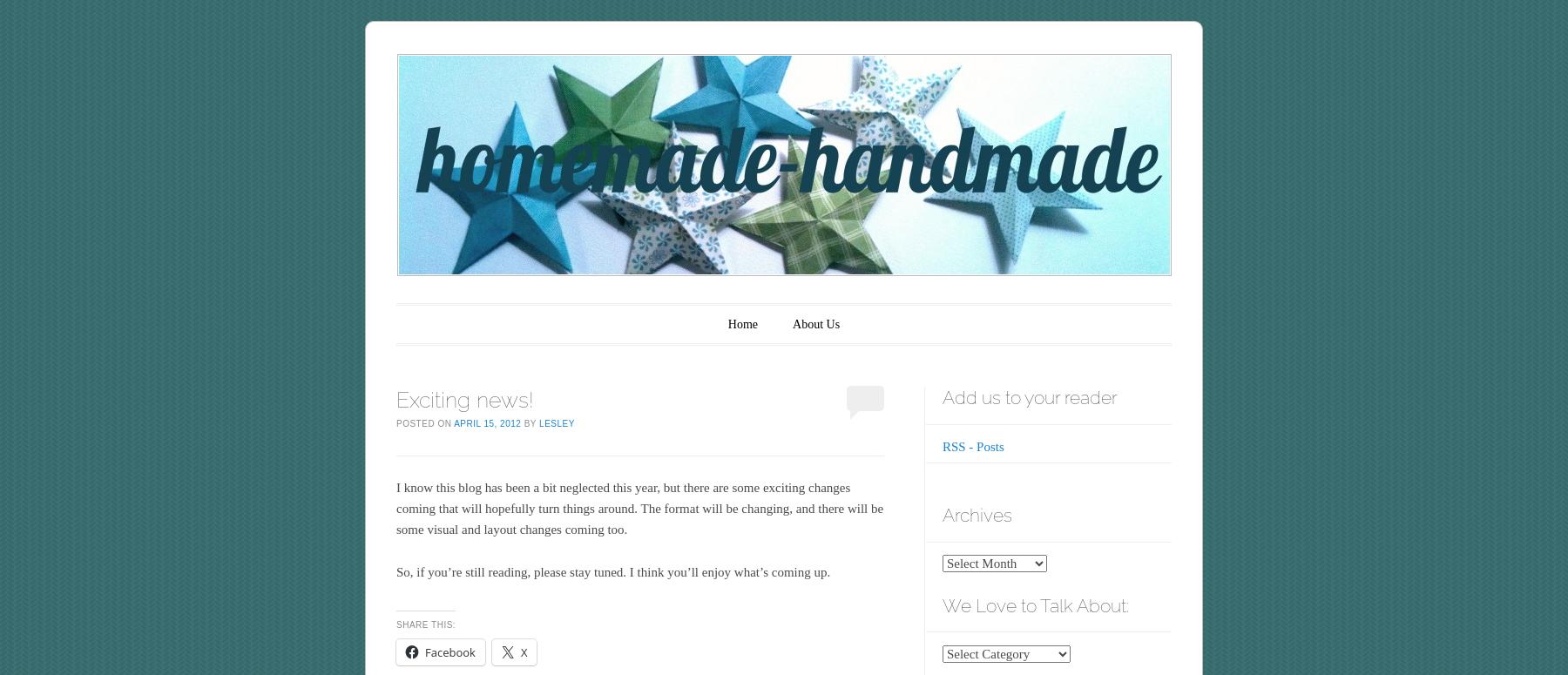 The image size is (1568, 675). I want to click on 'homemade•handmade', so click(667, 94).